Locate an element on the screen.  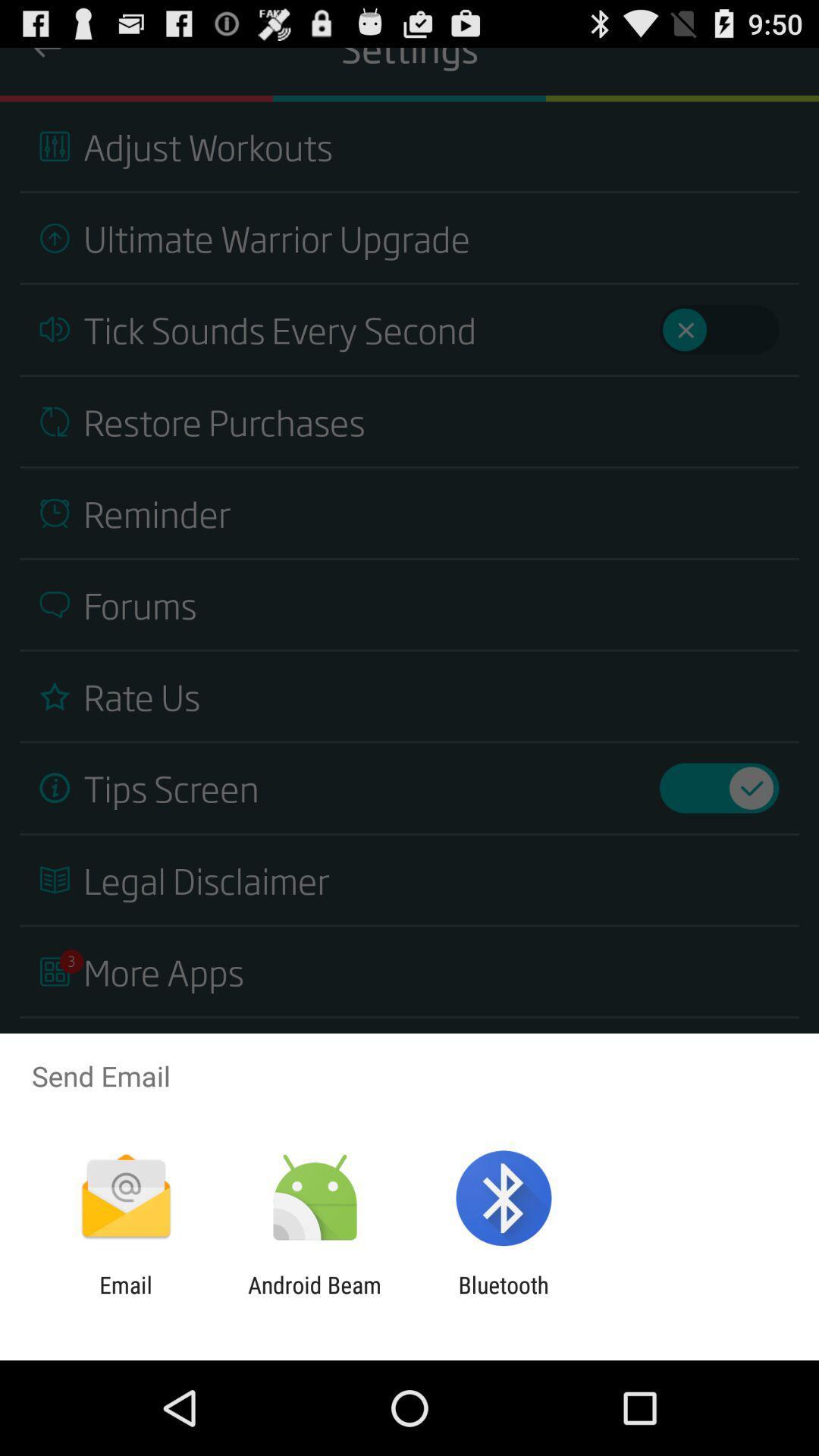
the app next to the email icon is located at coordinates (314, 1298).